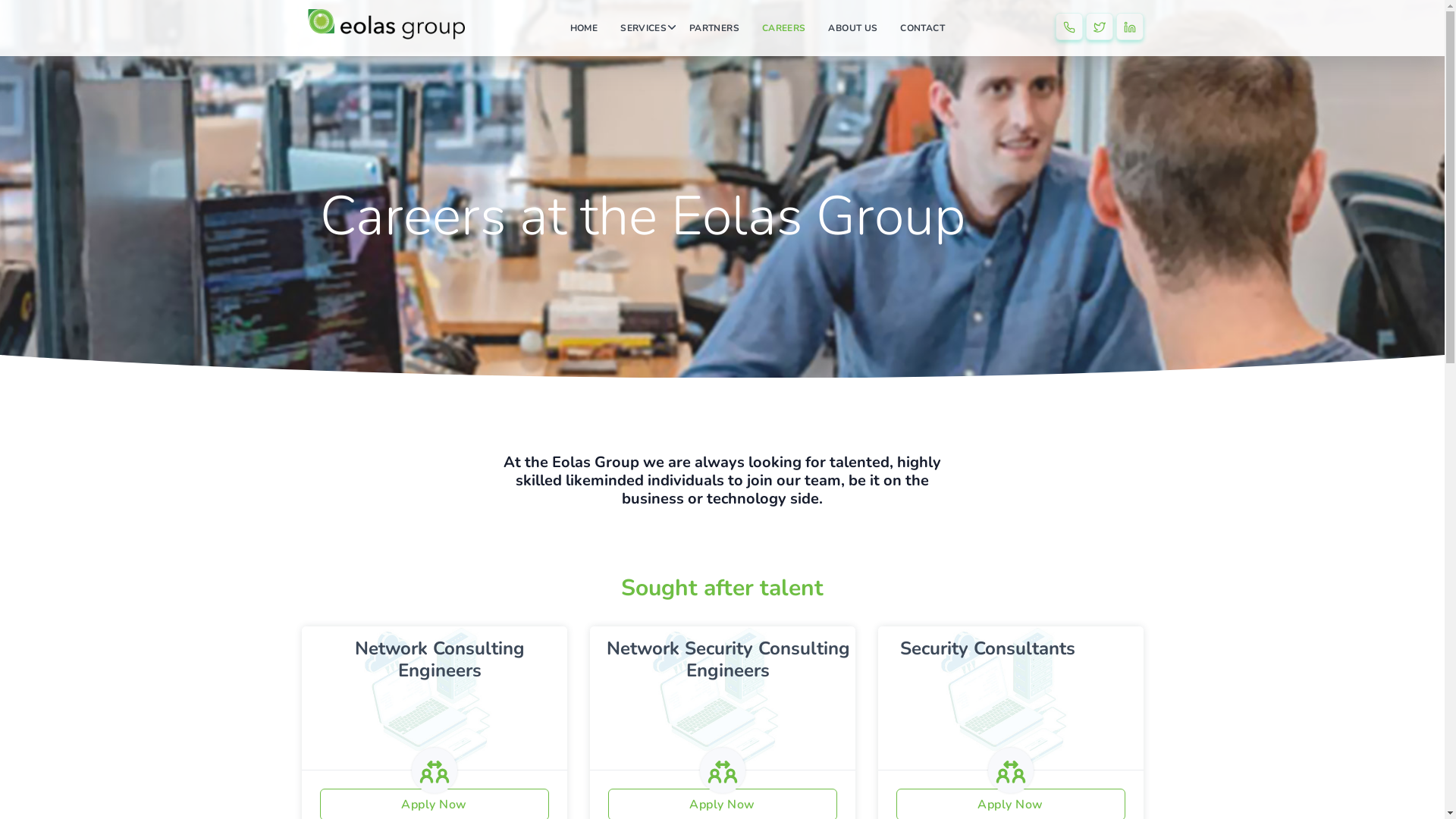 The width and height of the screenshot is (1456, 819). Describe the element at coordinates (921, 28) in the screenshot. I see `'CONTACT'` at that location.